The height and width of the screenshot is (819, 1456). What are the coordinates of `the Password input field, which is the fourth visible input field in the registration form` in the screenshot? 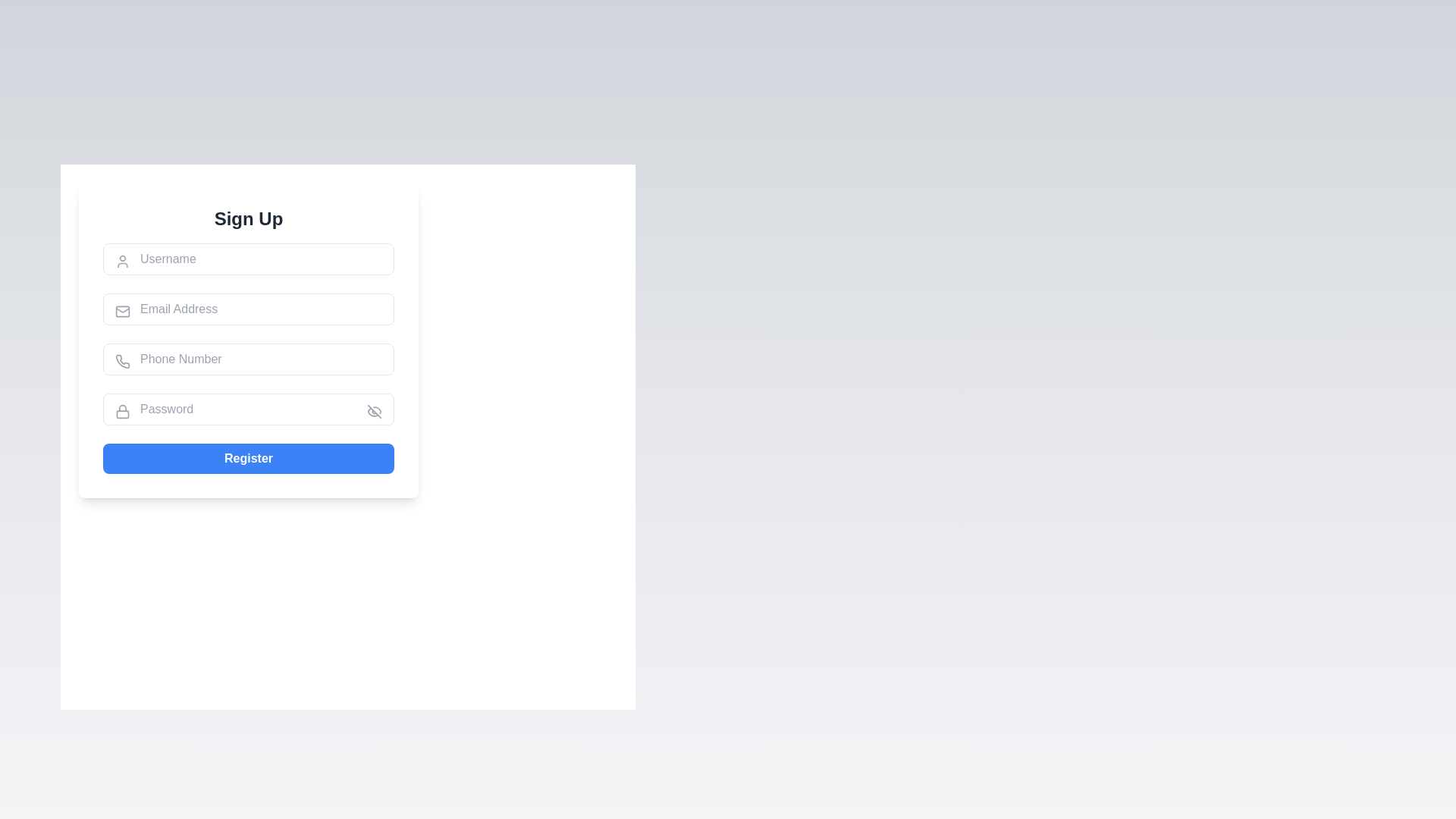 It's located at (248, 409).